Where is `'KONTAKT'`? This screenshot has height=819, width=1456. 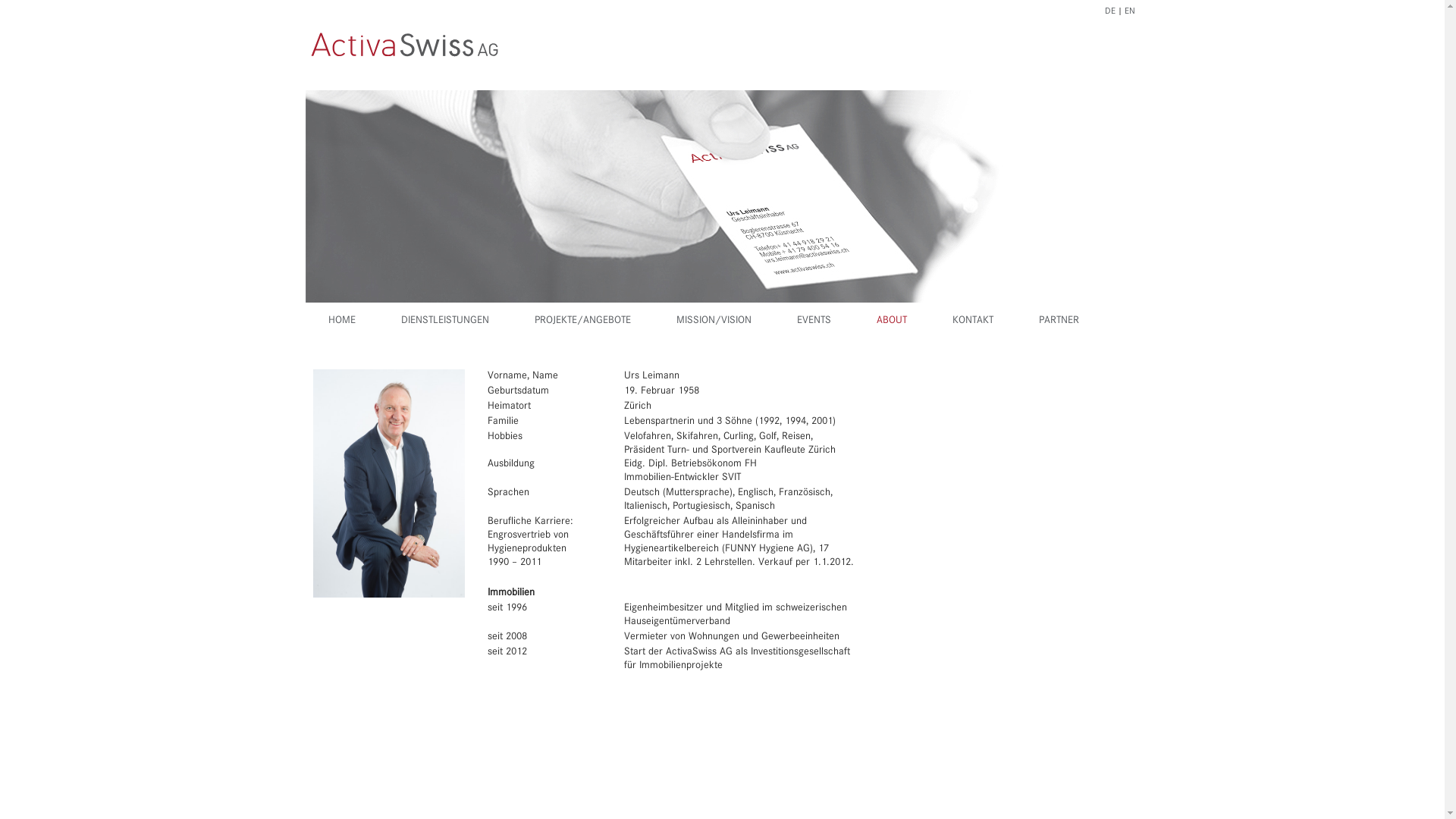 'KONTAKT' is located at coordinates (972, 320).